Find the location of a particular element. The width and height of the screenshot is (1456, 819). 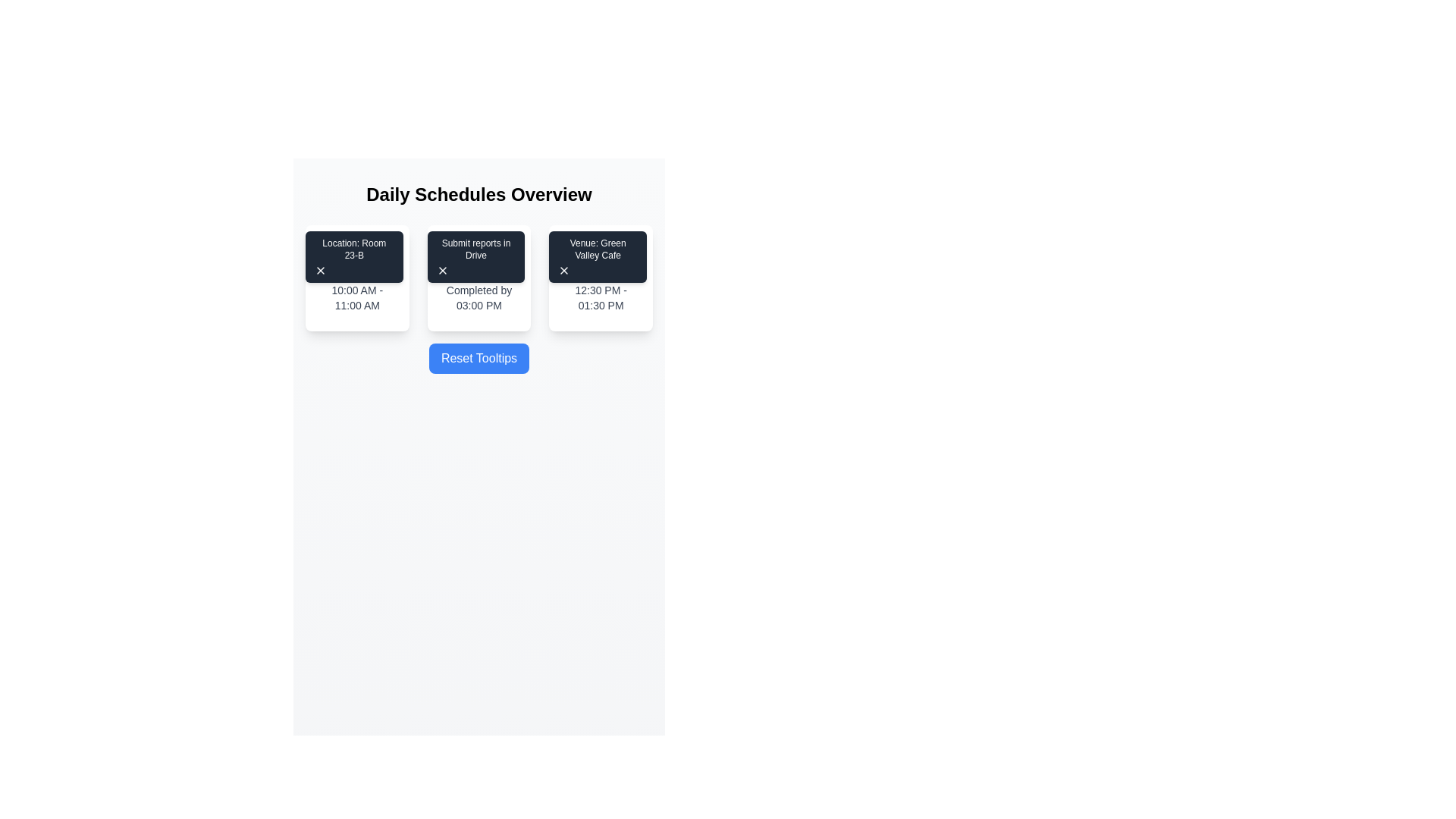

the Text Display Component that shows 'Marketing Meeting' and '10:00 AM - 11:00 AM', which is the first element in the row under 'Daily Schedules Overview' is located at coordinates (356, 278).